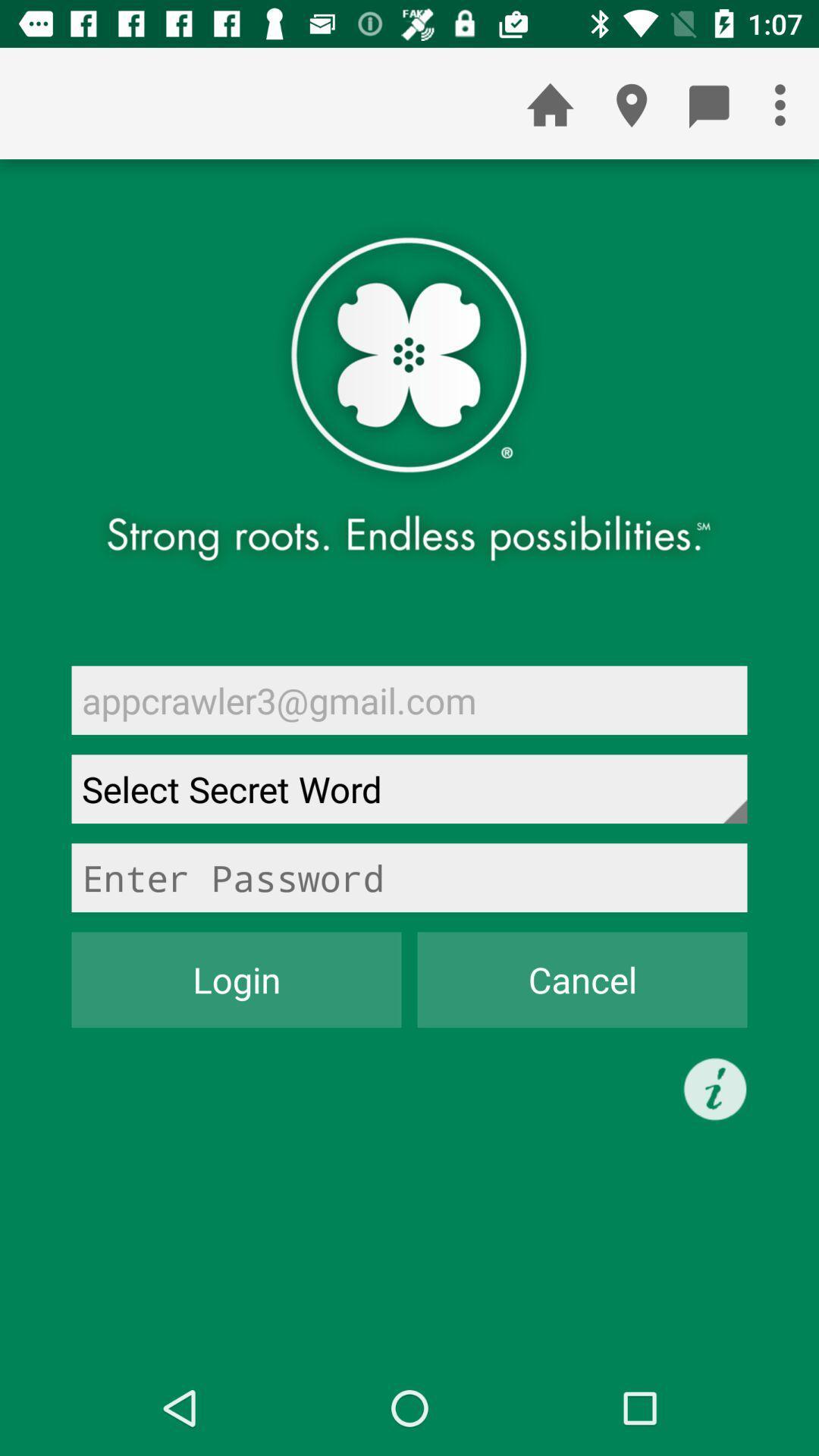 Image resolution: width=819 pixels, height=1456 pixels. I want to click on icon to the left of cancel icon, so click(237, 980).